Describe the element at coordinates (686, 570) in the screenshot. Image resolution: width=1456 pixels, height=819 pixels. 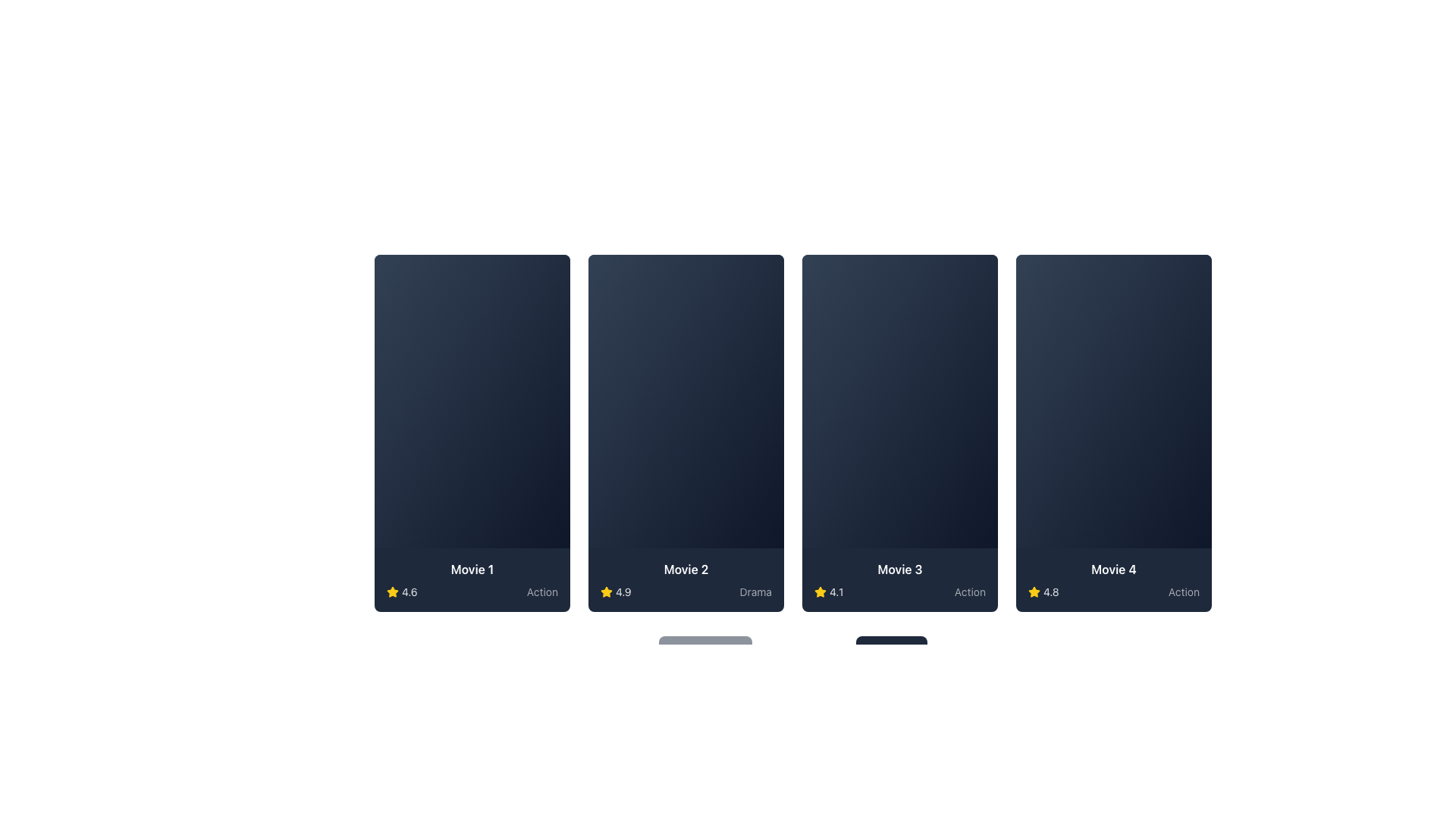
I see `the 'Movie 2' text label, which is displayed in bold white font against a dark background` at that location.